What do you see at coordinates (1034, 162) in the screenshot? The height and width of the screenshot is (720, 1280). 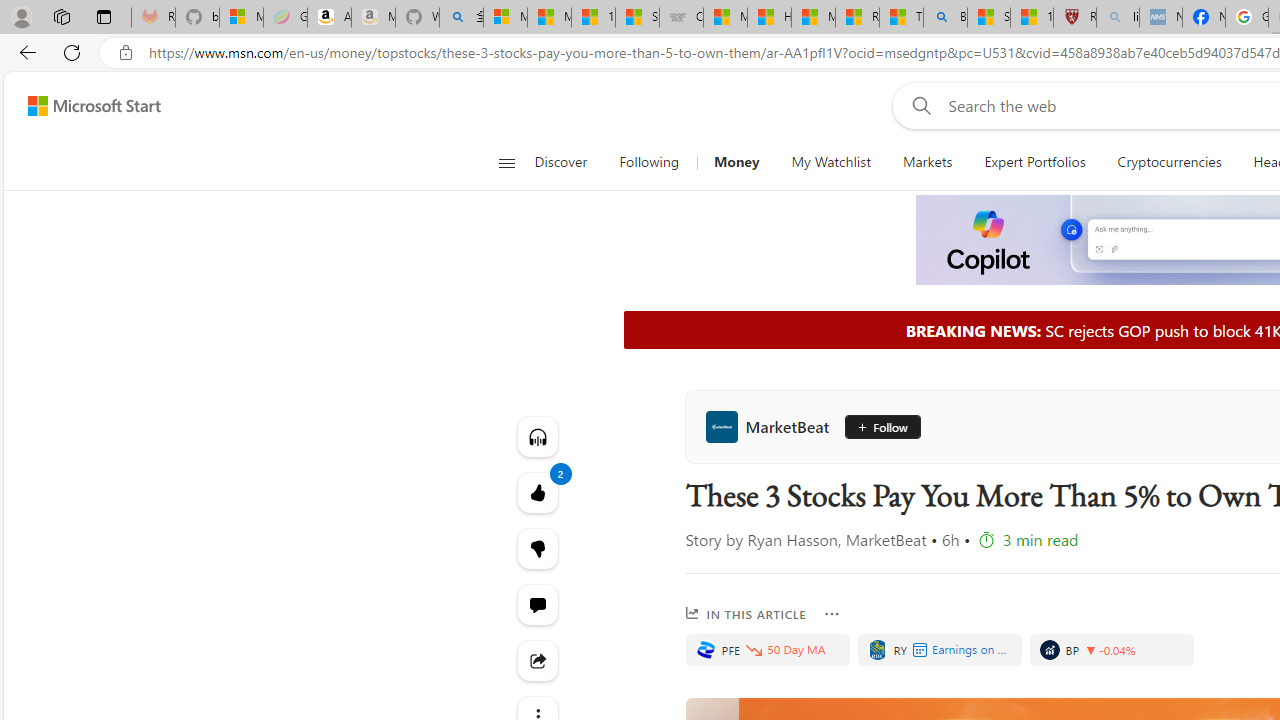 I see `'Expert Portfolios'` at bounding box center [1034, 162].